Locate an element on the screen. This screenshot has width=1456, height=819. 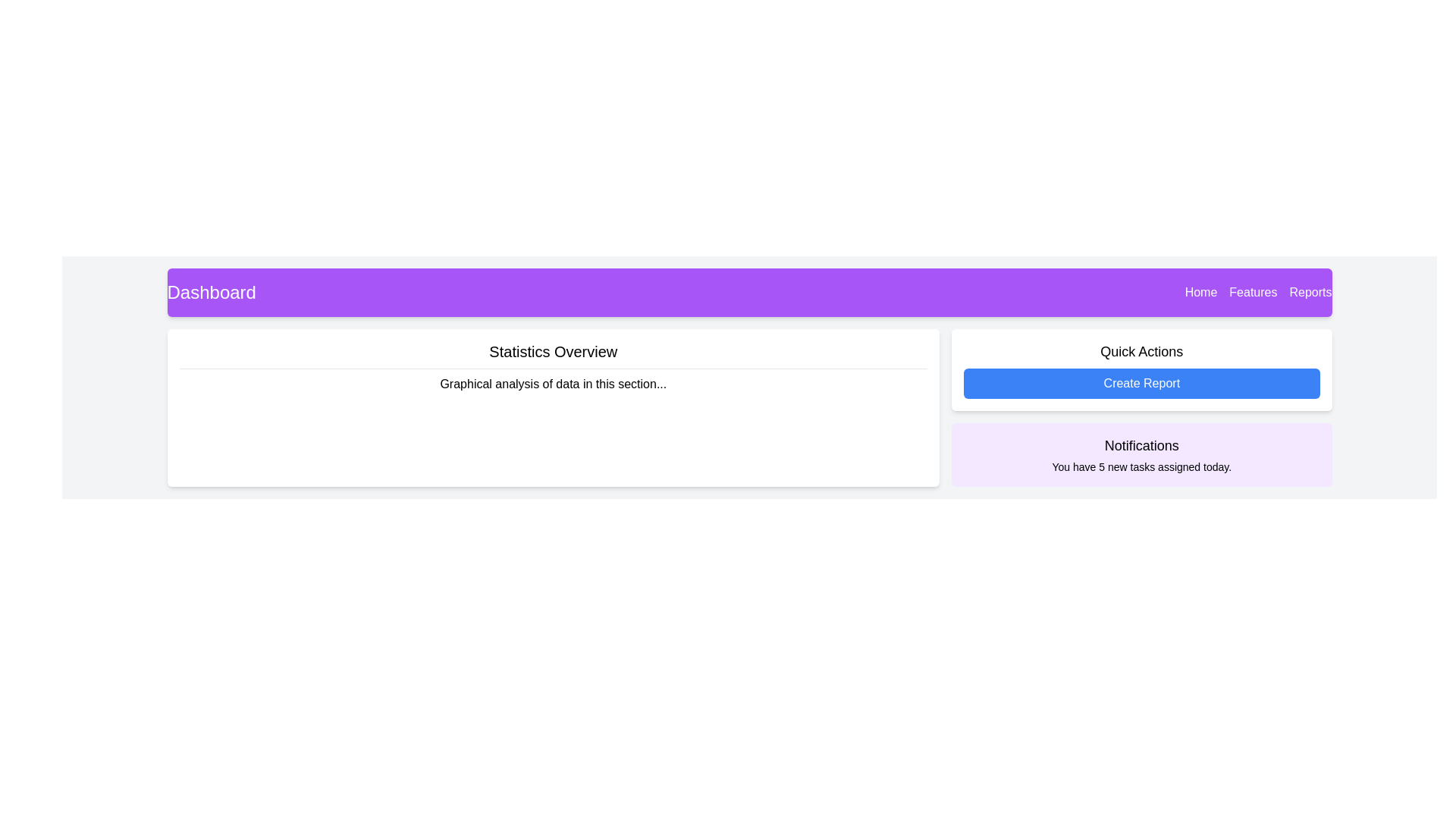
the 'Features' label in the navigation menu, which is displayed in white font on a purple background and positioned between 'Home' and 'Reports' is located at coordinates (1253, 292).